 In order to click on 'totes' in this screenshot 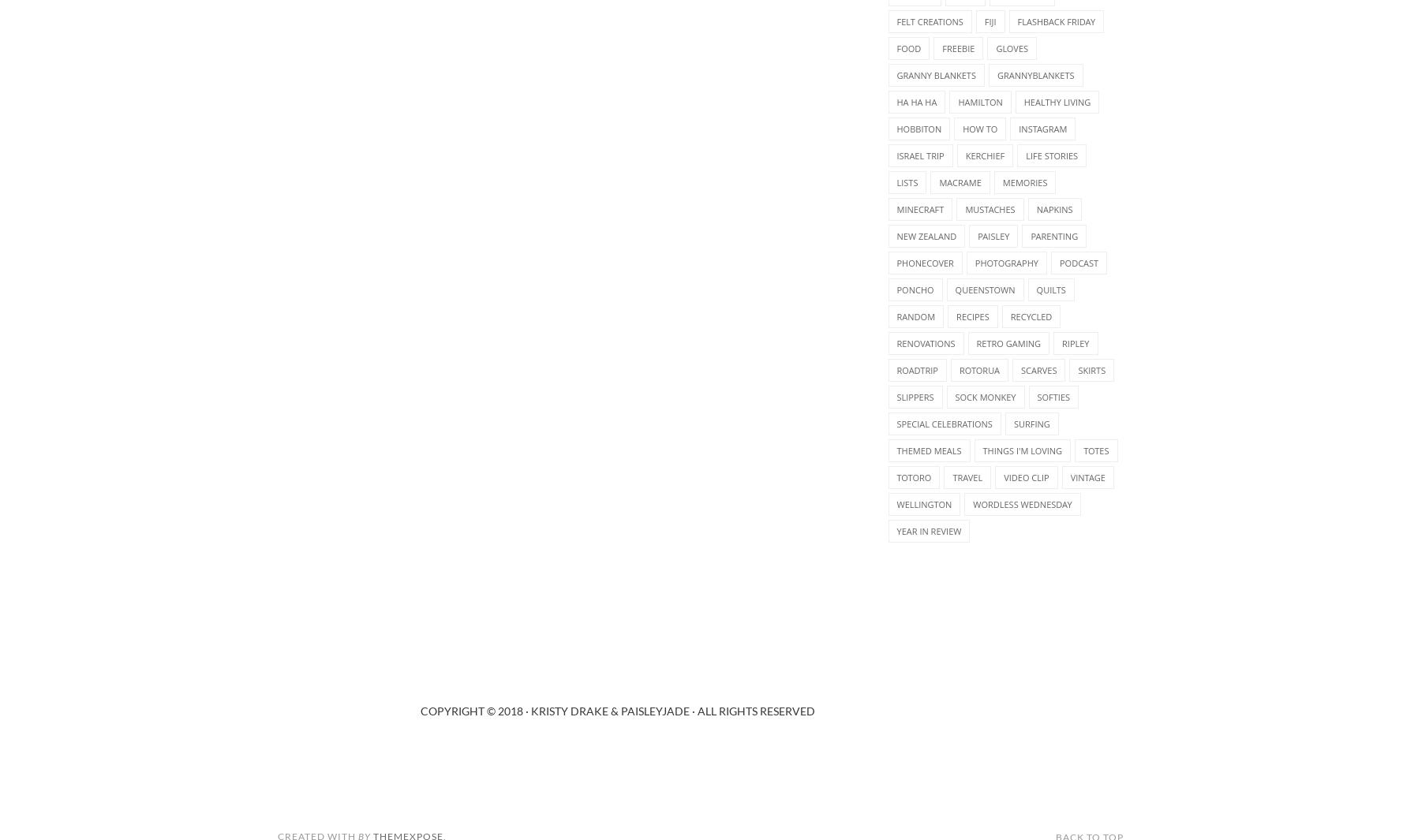, I will do `click(1094, 450)`.